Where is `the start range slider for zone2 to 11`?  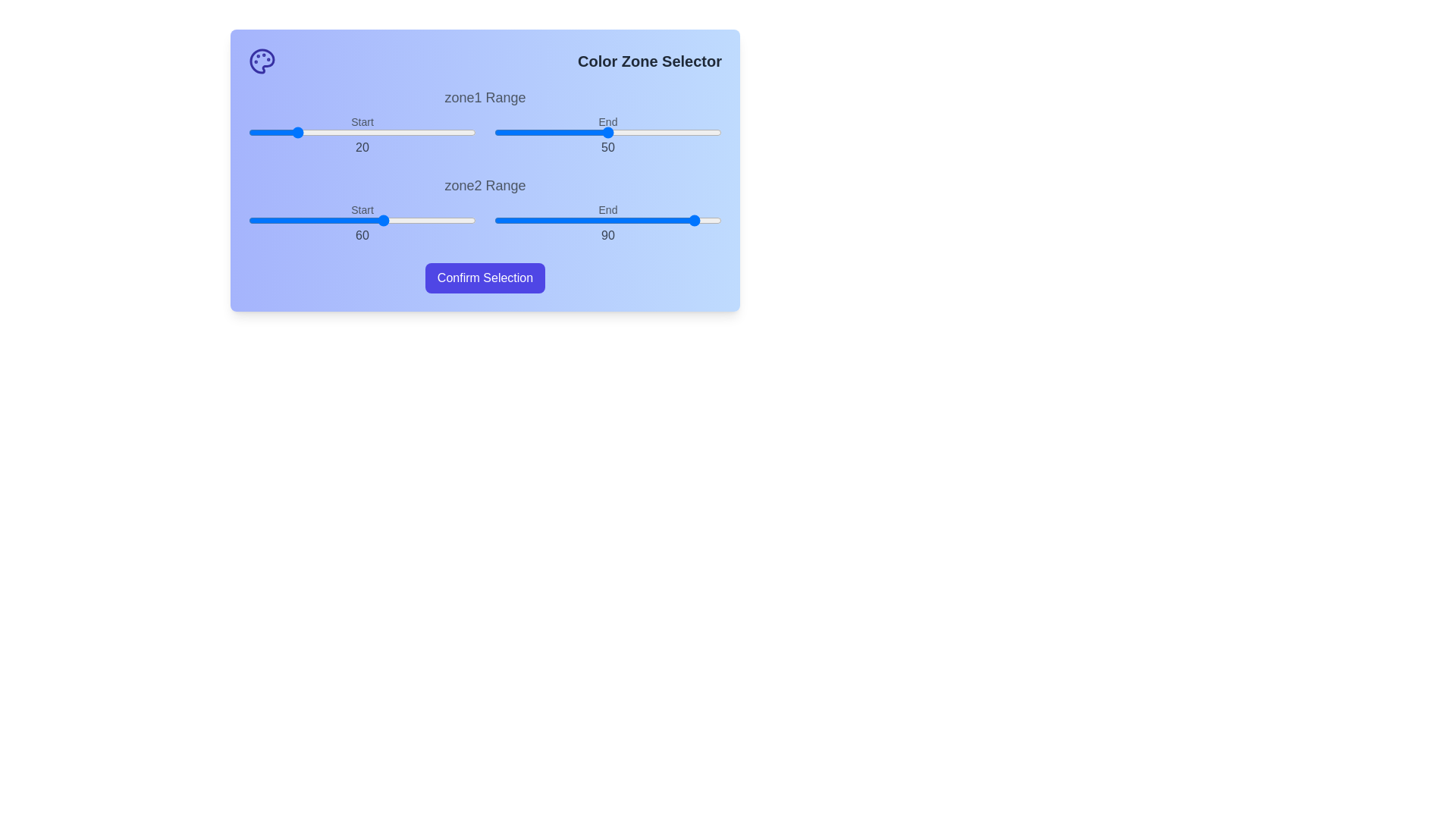
the start range slider for zone2 to 11 is located at coordinates (273, 220).